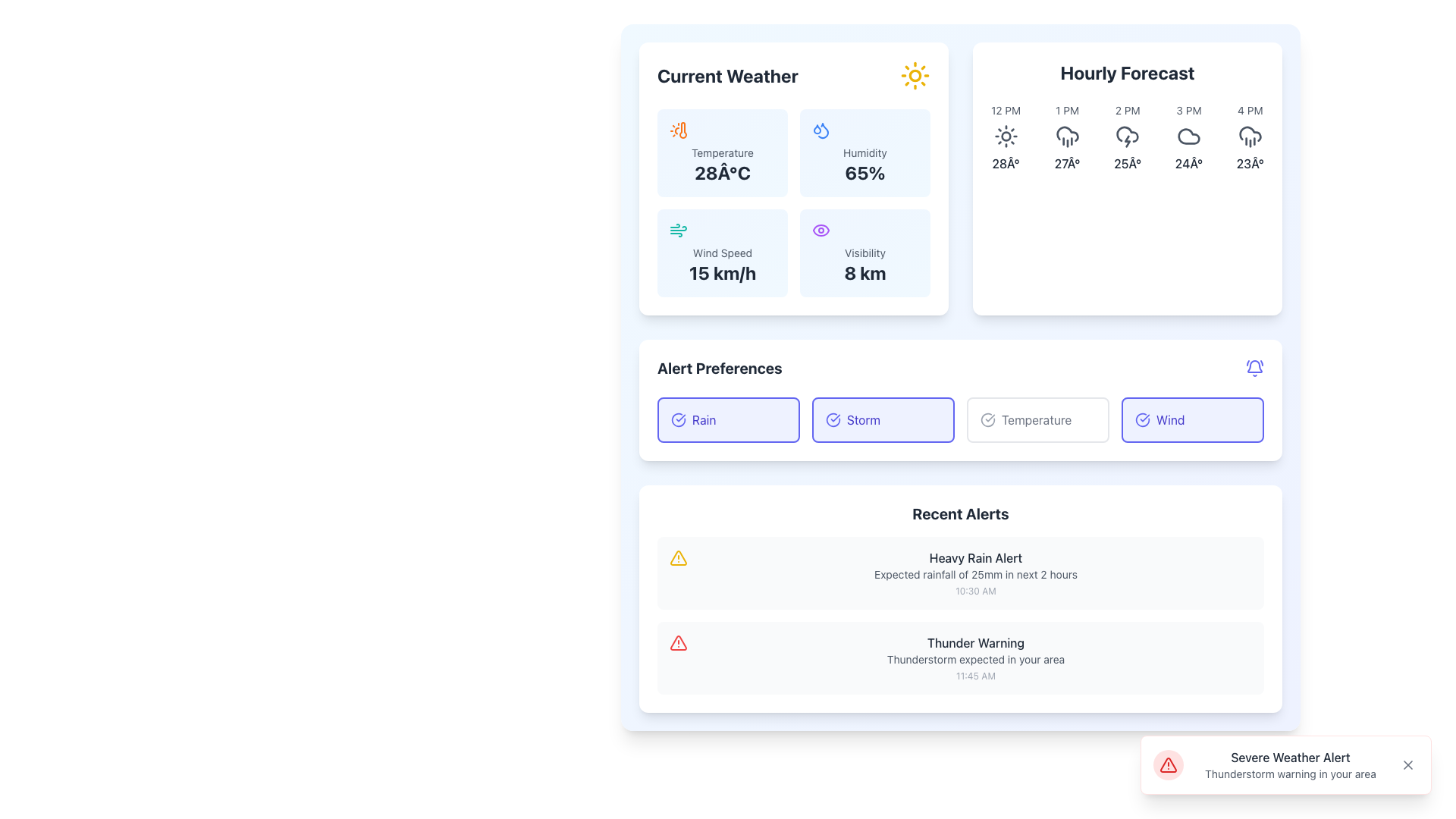 This screenshot has width=1456, height=819. What do you see at coordinates (1255, 366) in the screenshot?
I see `the curved line of the SVG bell icon located in the top-right corner of the 'Alert Preferences' card` at bounding box center [1255, 366].